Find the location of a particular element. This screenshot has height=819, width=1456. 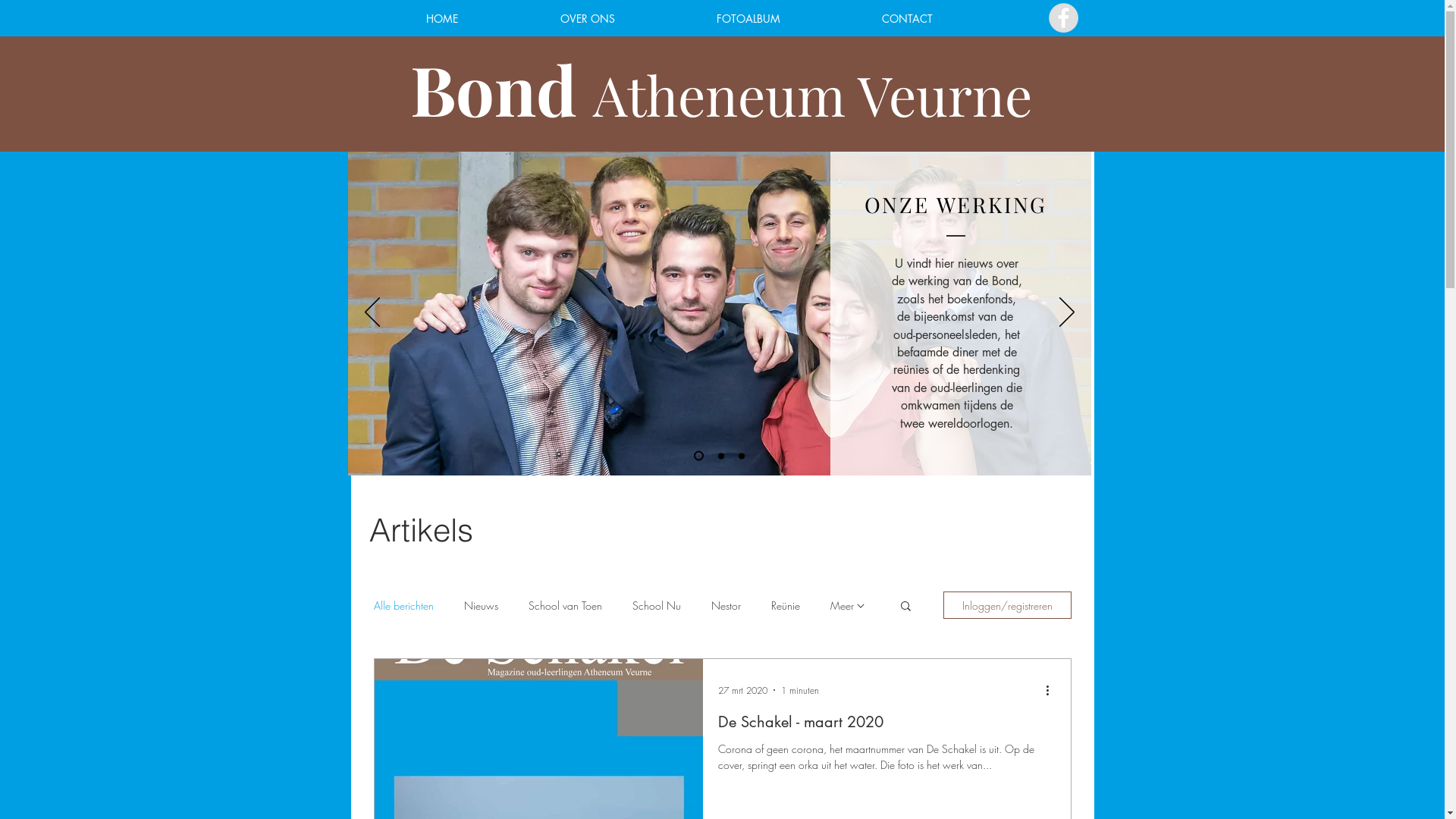

'Nestor' is located at coordinates (725, 604).